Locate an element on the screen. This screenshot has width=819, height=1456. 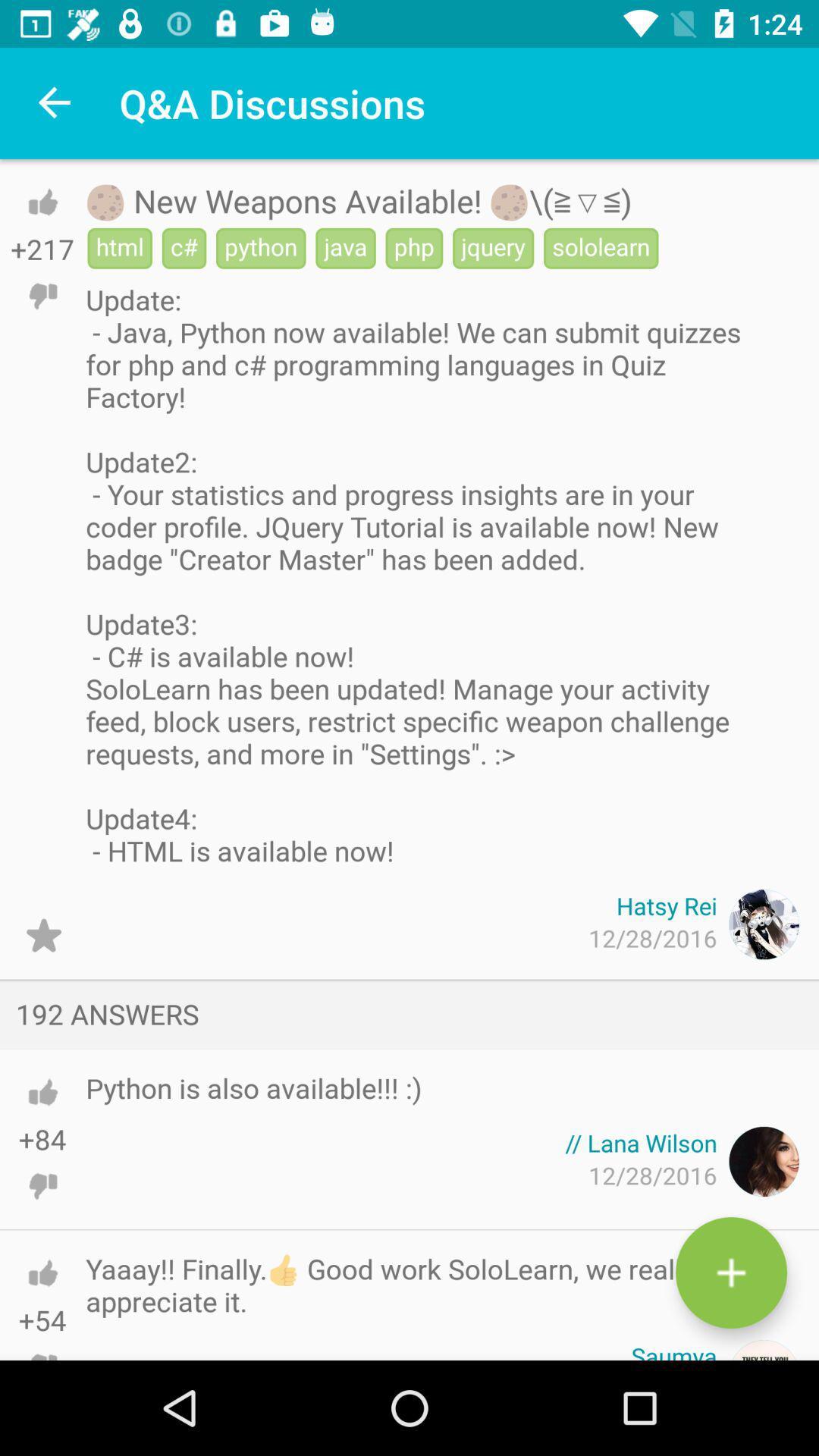
the icon to the left of 12/28/2016 item is located at coordinates (42, 934).